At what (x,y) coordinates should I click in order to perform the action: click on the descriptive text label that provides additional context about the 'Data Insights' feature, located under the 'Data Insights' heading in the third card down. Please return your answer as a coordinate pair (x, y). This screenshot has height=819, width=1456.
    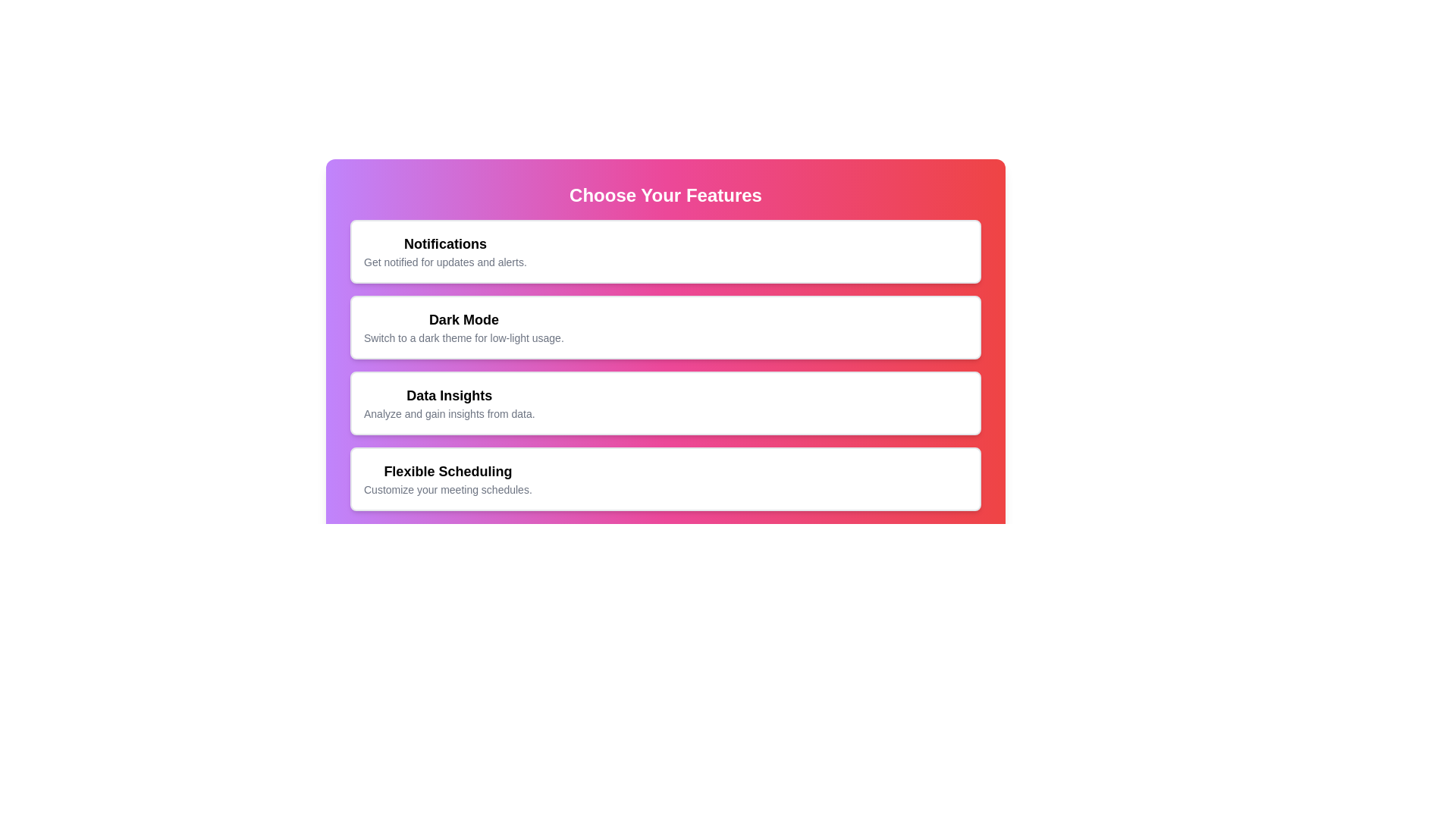
    Looking at the image, I should click on (448, 414).